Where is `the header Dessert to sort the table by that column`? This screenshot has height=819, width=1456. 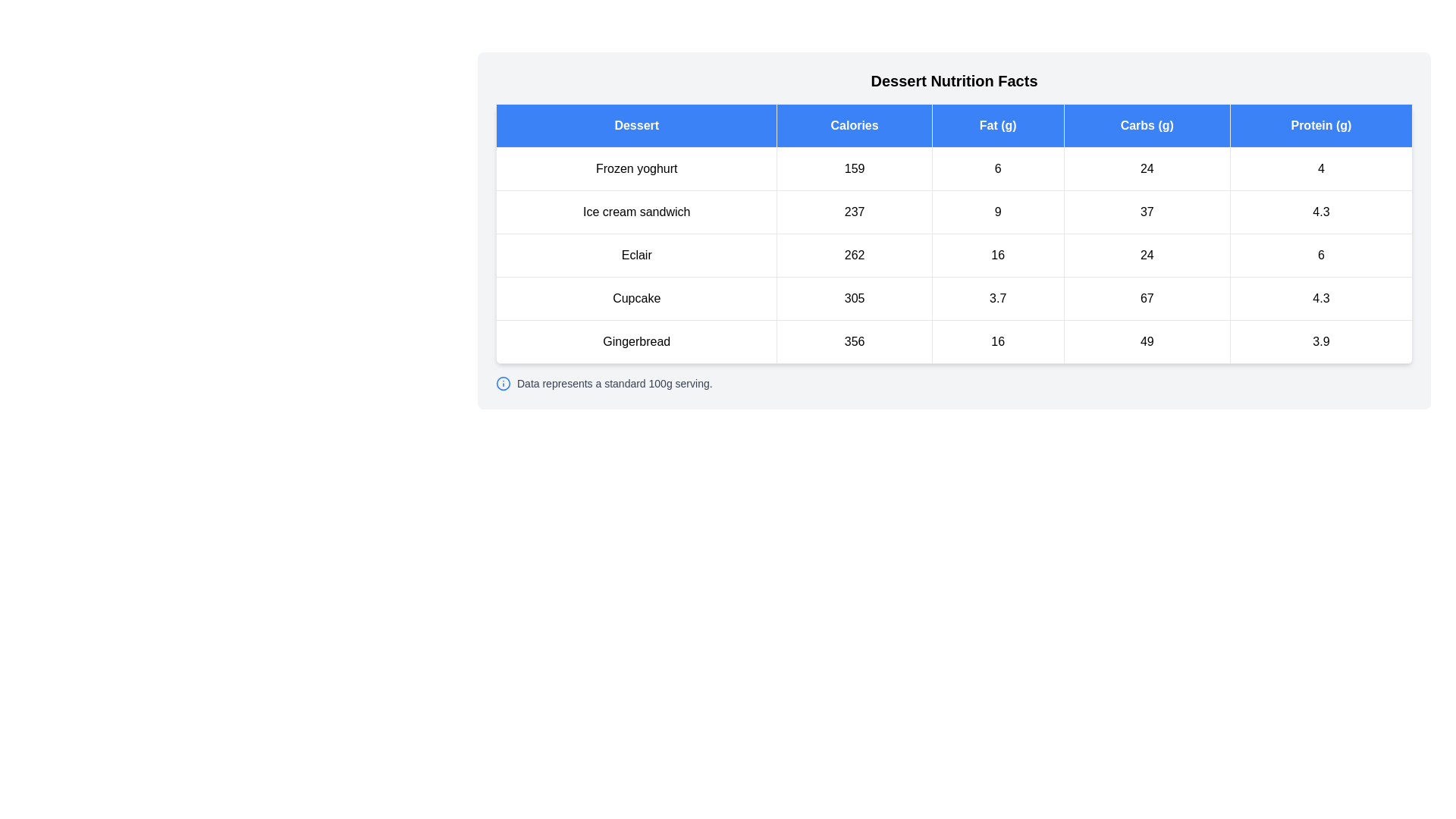 the header Dessert to sort the table by that column is located at coordinates (636, 124).